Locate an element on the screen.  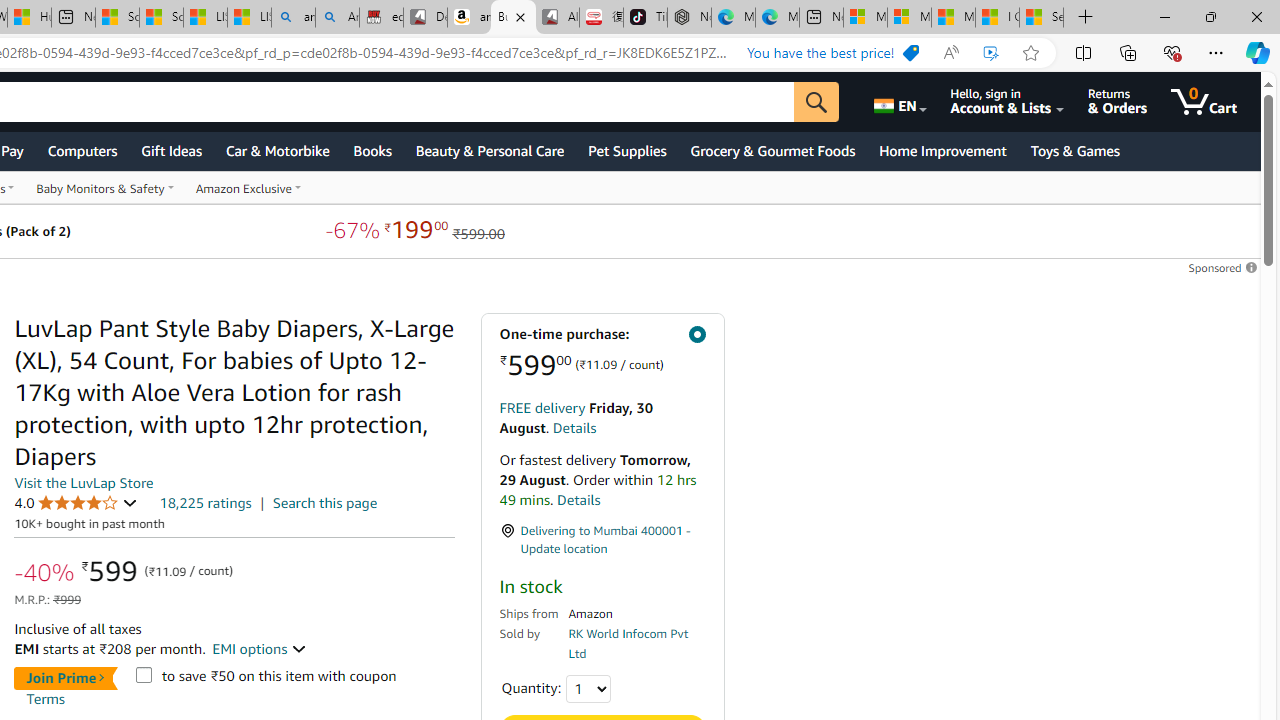
'18,225 ratings' is located at coordinates (205, 501).